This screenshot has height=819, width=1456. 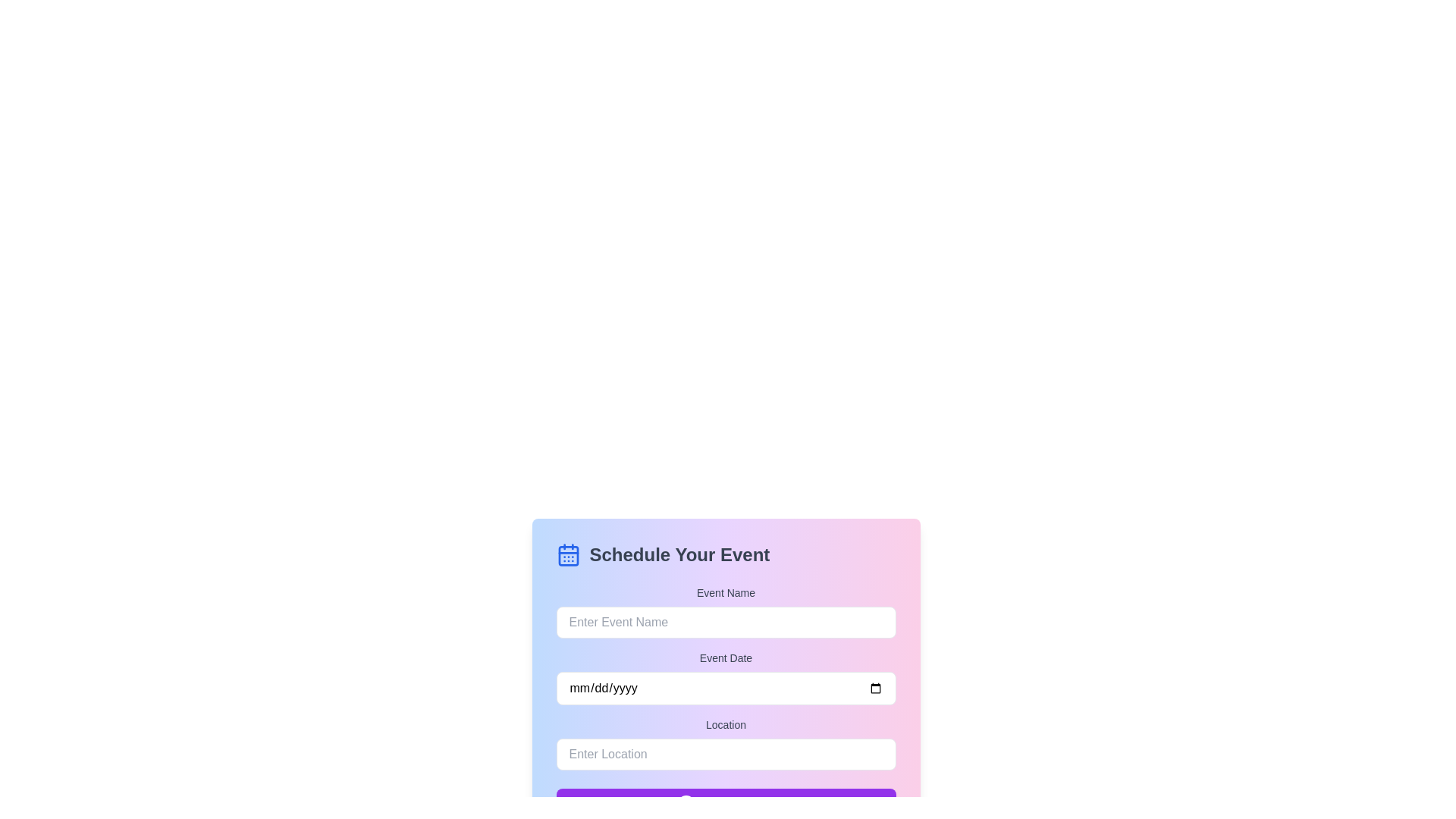 I want to click on the label that indicates the purpose of the text input field for entering the name of the event, which is located above the input field with placeholder text 'Enter Event Name', so click(x=725, y=592).